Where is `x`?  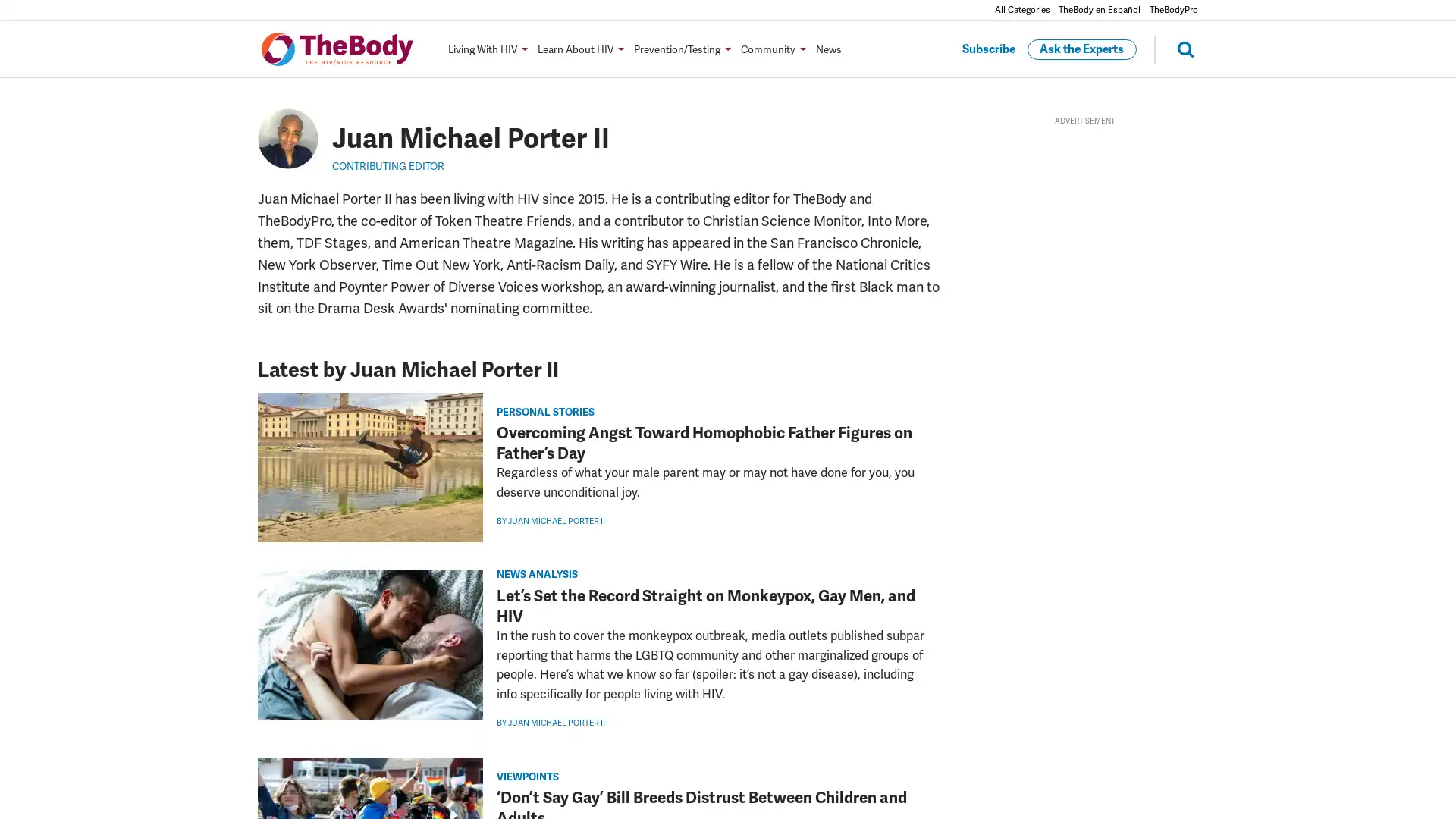 x is located at coordinates (237, 595).